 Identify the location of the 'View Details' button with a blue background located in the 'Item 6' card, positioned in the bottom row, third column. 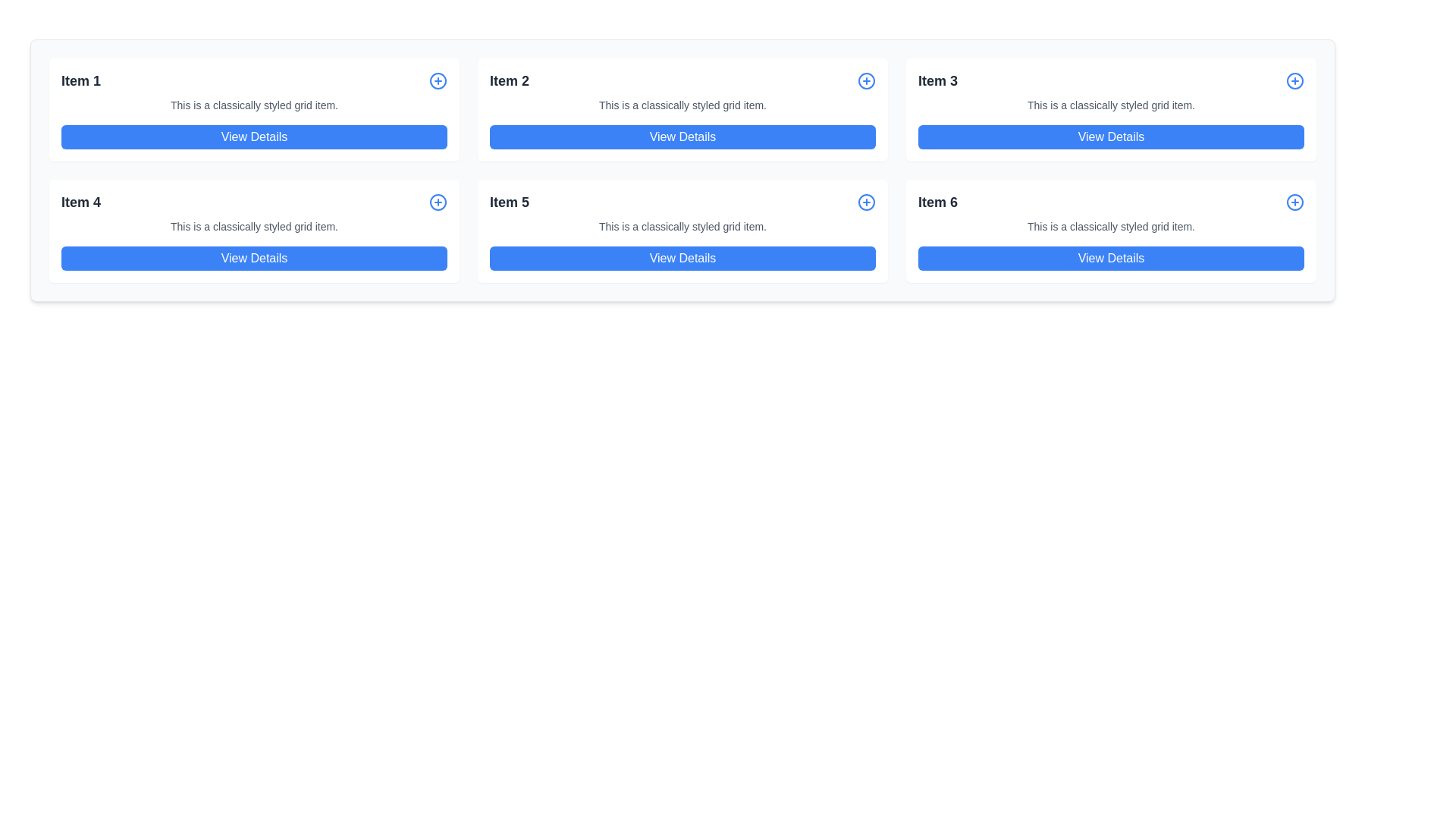
(1111, 257).